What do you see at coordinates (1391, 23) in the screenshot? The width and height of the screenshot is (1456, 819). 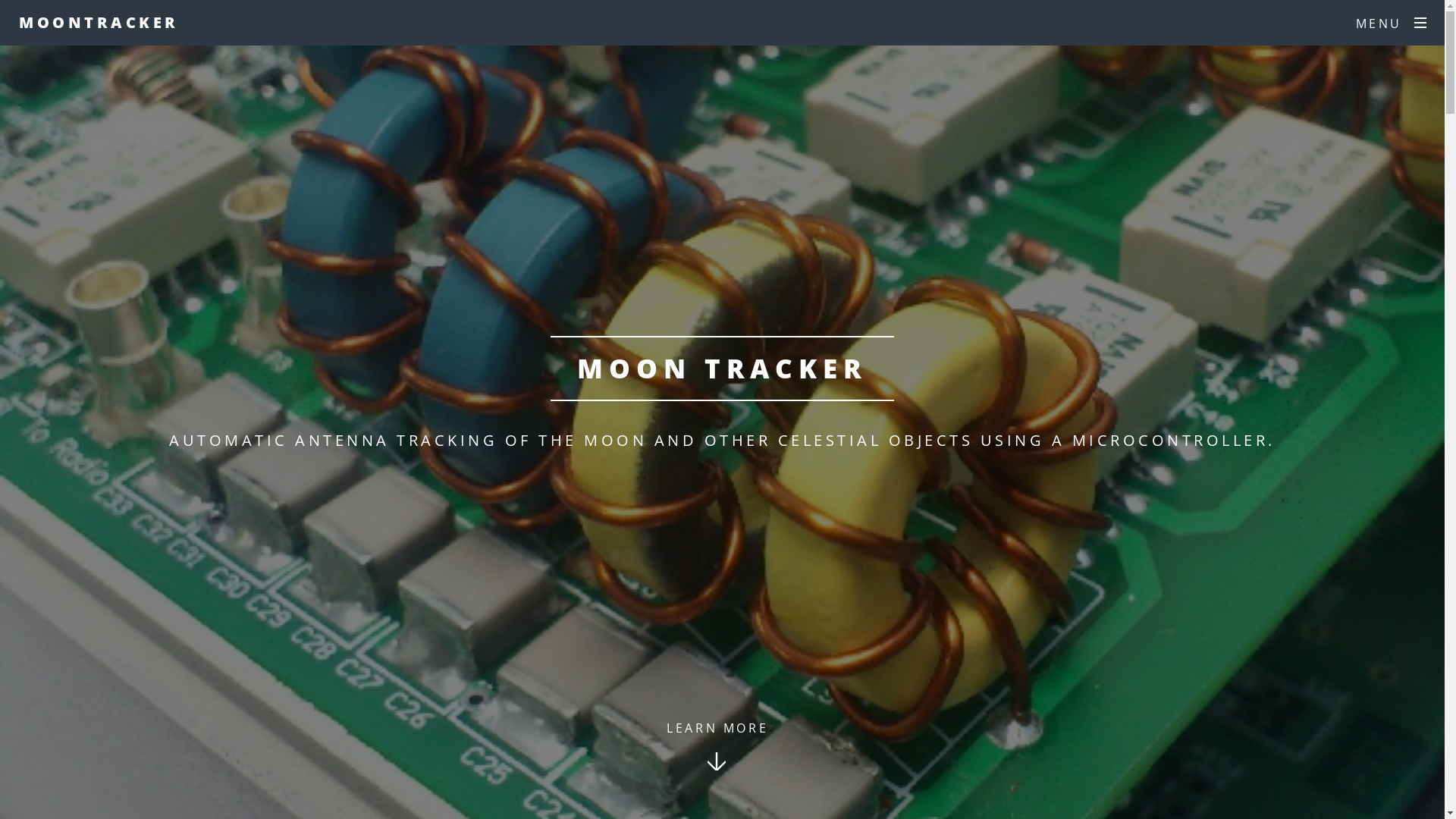 I see `'MENU'` at bounding box center [1391, 23].